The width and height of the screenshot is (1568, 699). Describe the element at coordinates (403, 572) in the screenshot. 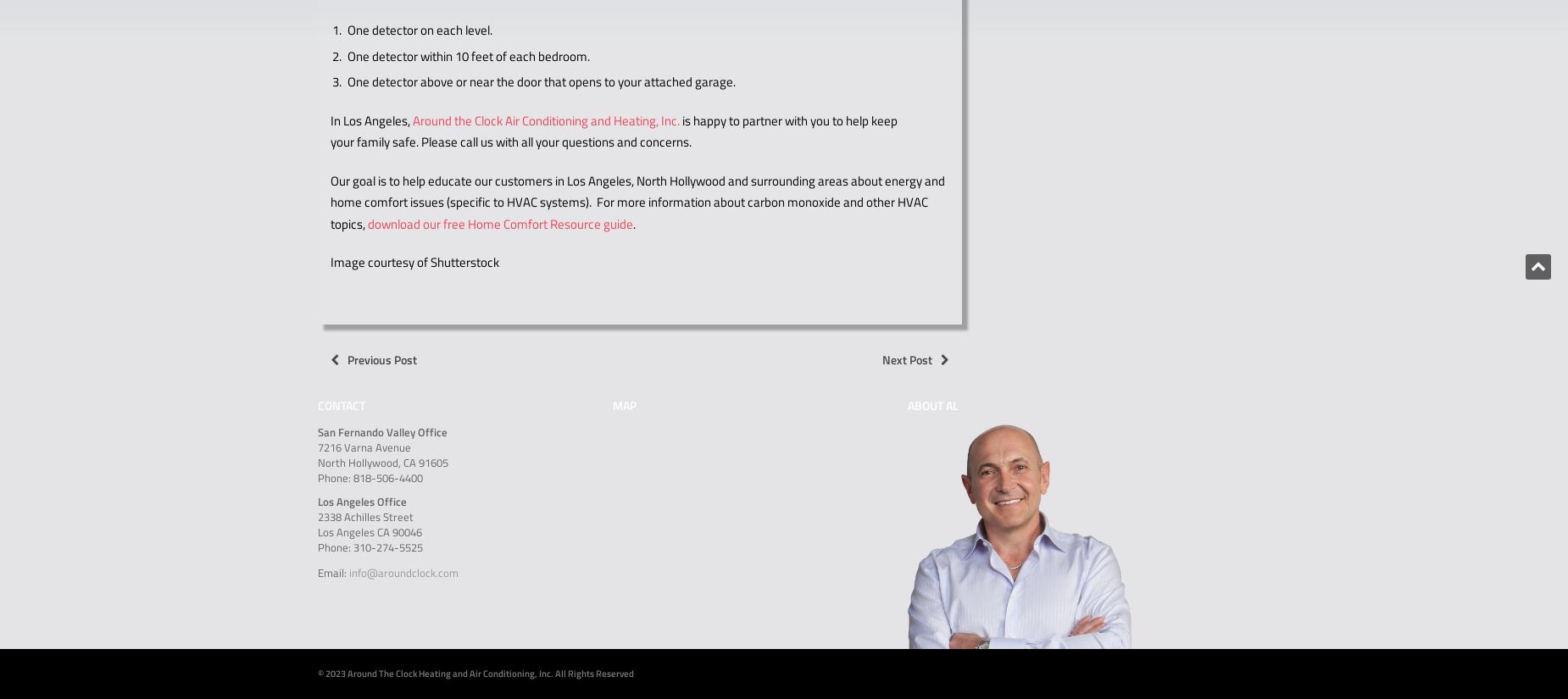

I see `'info@aroundclock.com'` at that location.